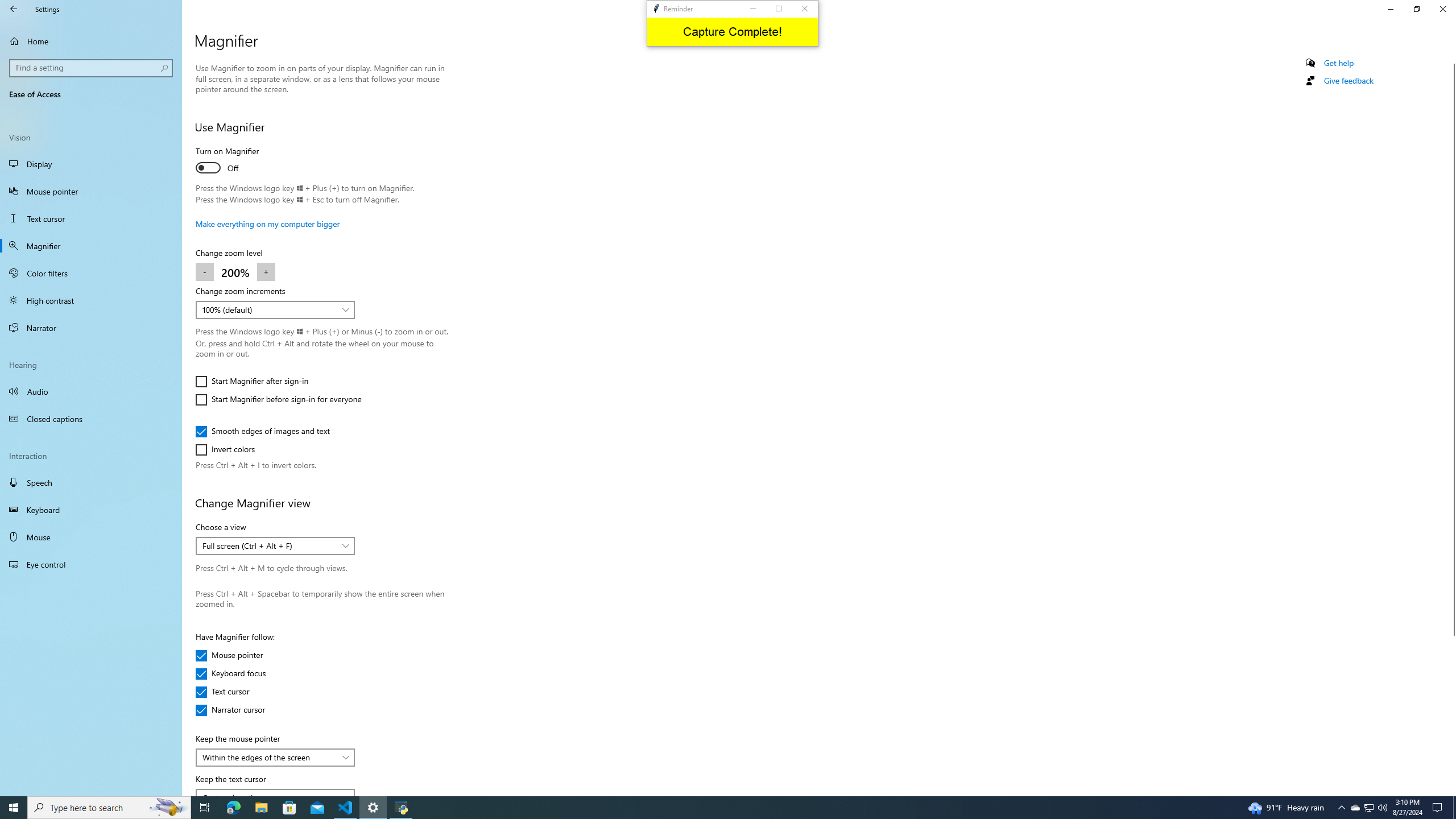 The height and width of the screenshot is (819, 1456). What do you see at coordinates (90, 41) in the screenshot?
I see `'Home'` at bounding box center [90, 41].